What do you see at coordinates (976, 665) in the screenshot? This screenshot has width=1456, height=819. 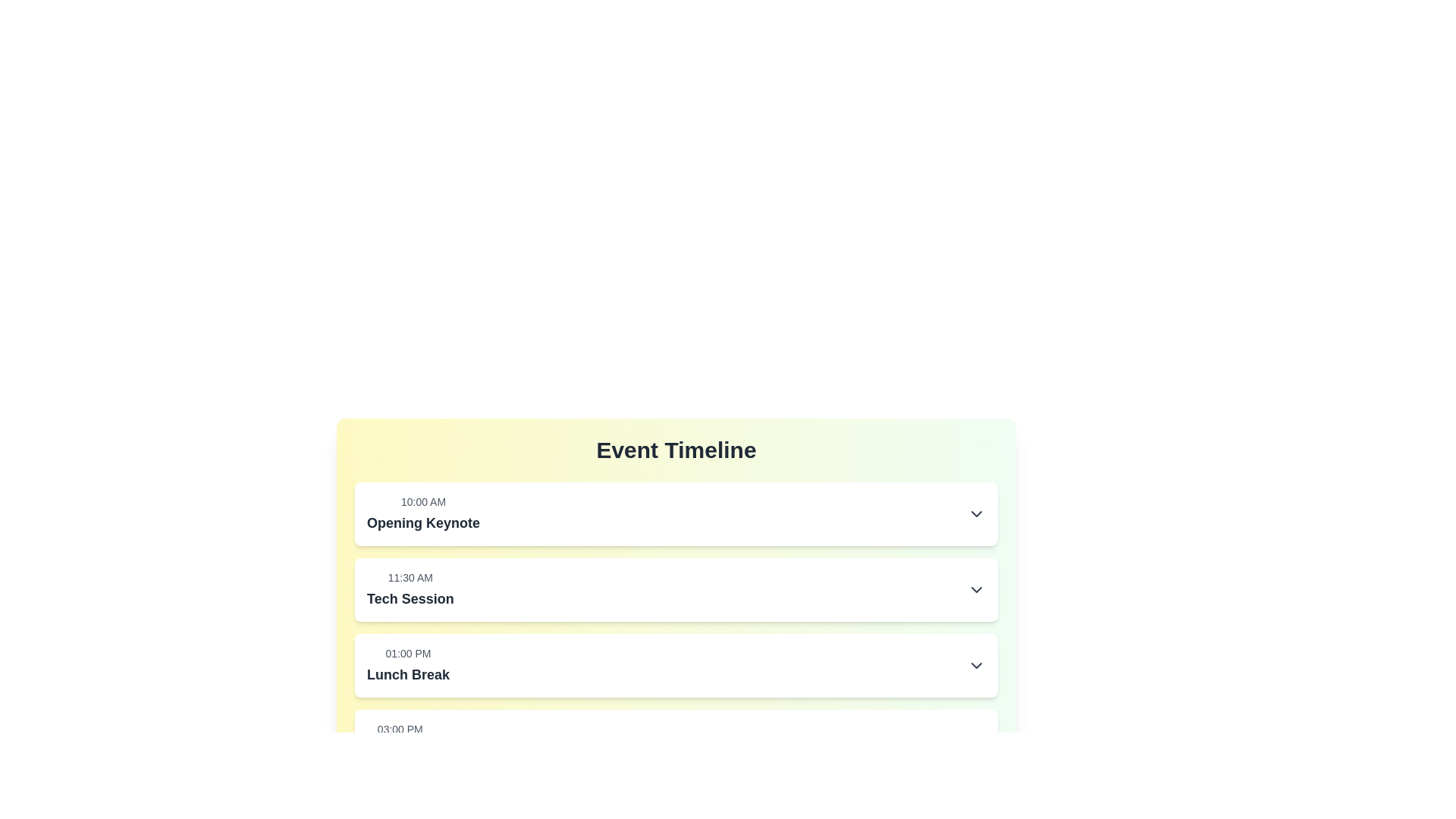 I see `the chevron icon button on the far right of the 'Lunch Break' row` at bounding box center [976, 665].